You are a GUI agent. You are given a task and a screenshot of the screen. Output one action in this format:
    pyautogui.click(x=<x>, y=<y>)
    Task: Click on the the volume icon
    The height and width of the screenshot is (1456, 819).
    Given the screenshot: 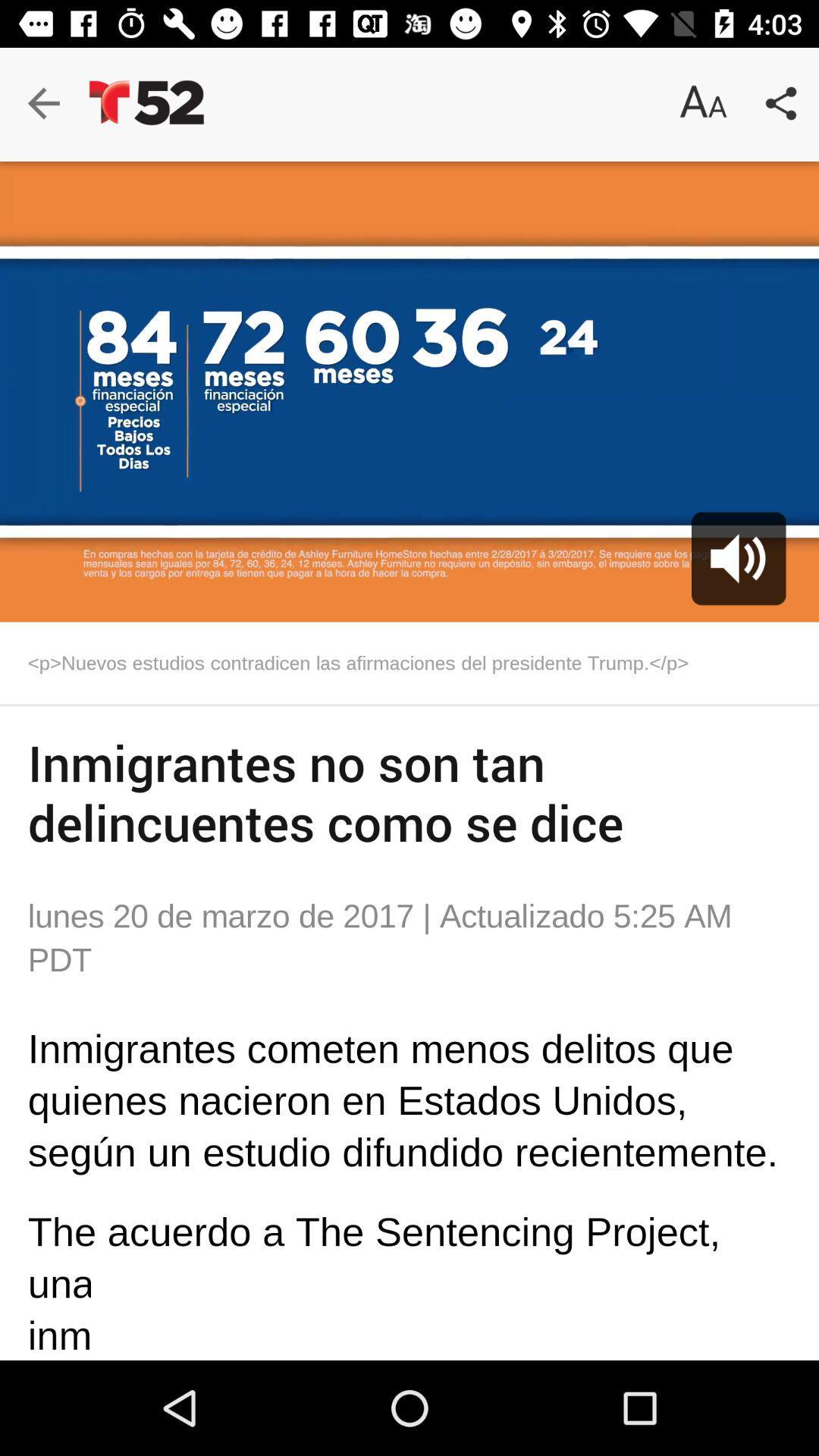 What is the action you would take?
    pyautogui.click(x=739, y=557)
    